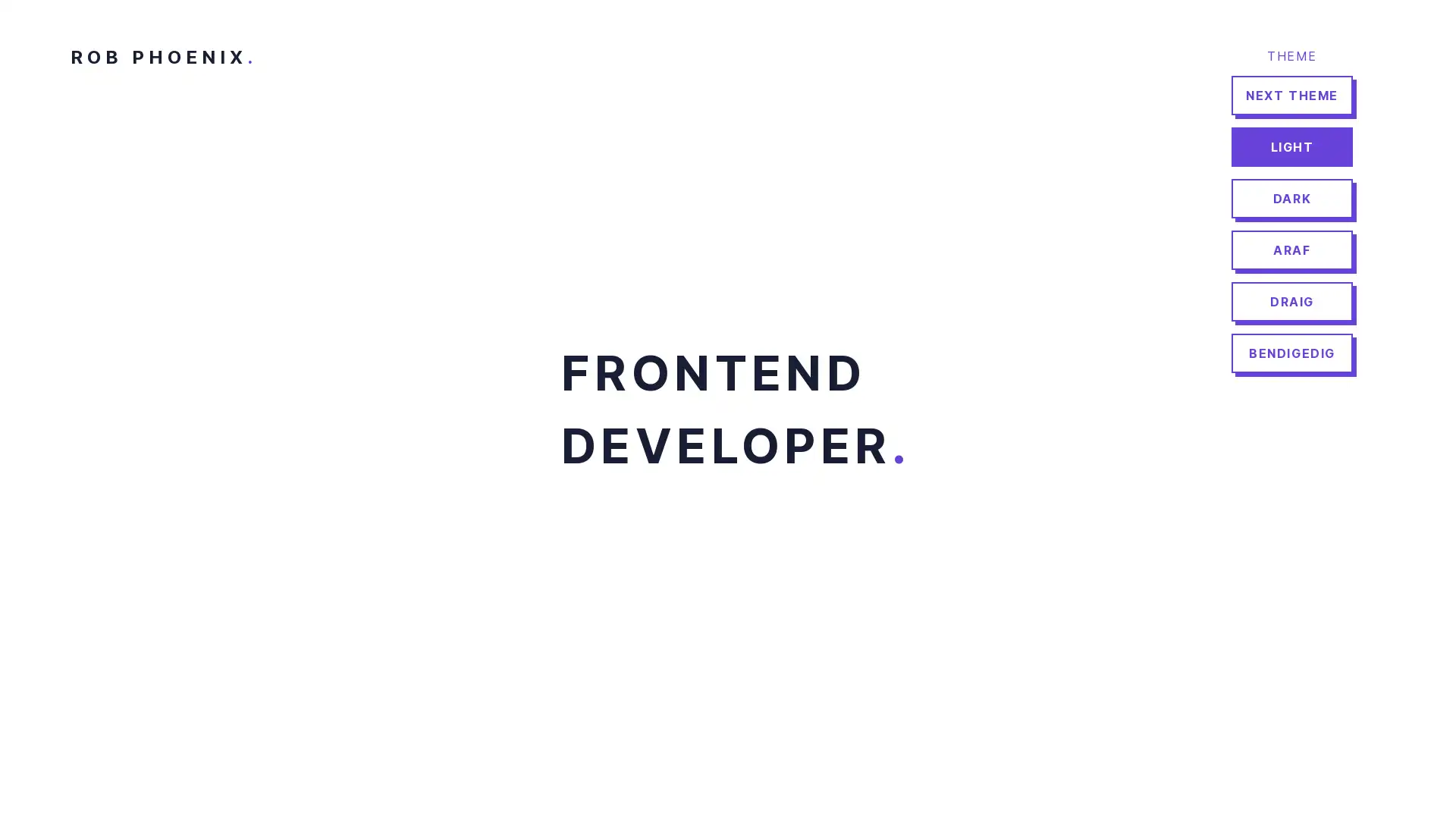 The height and width of the screenshot is (819, 1456). I want to click on ARAF, so click(1291, 249).